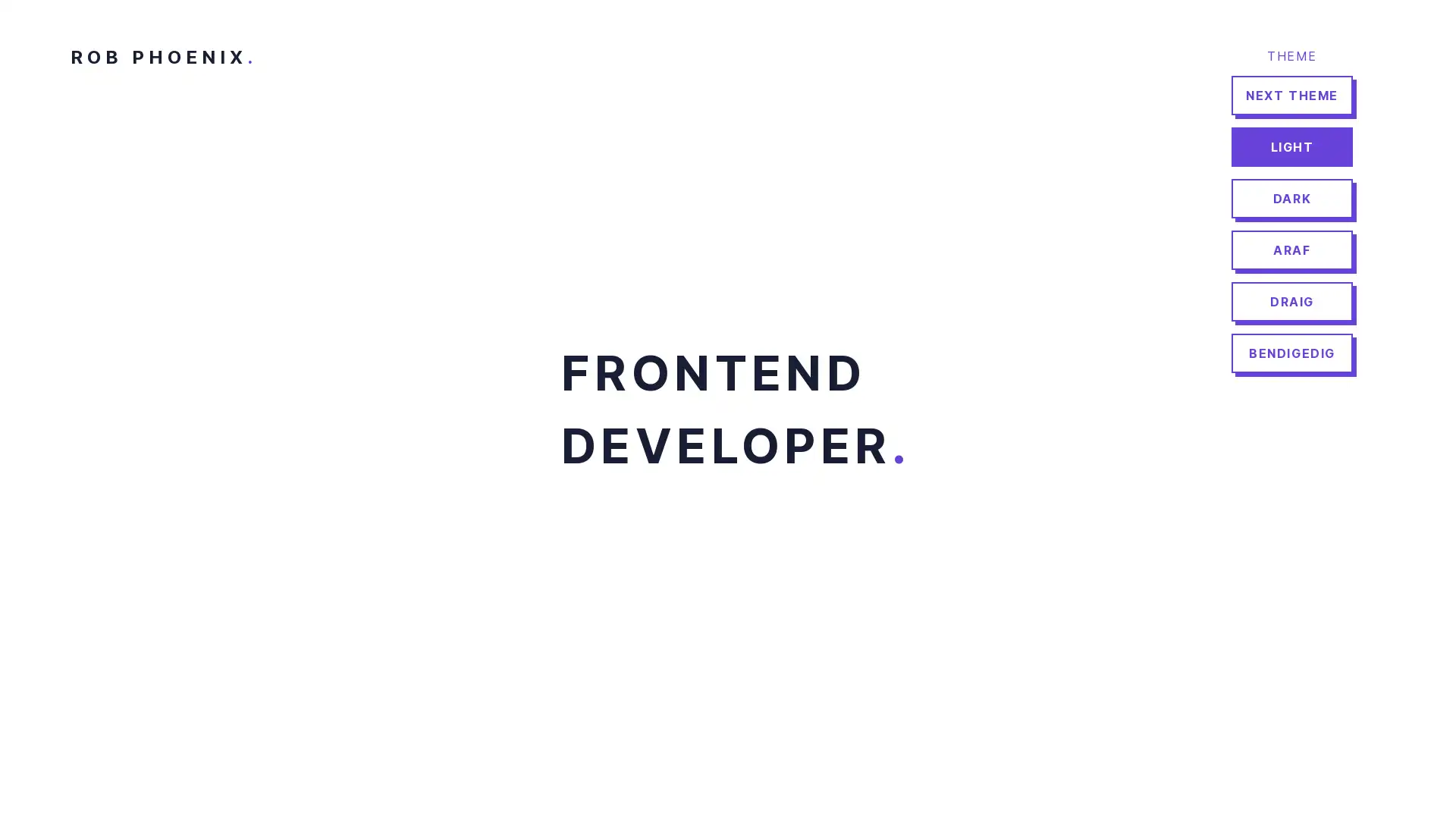 The height and width of the screenshot is (819, 1456). I want to click on ARAF, so click(1291, 249).